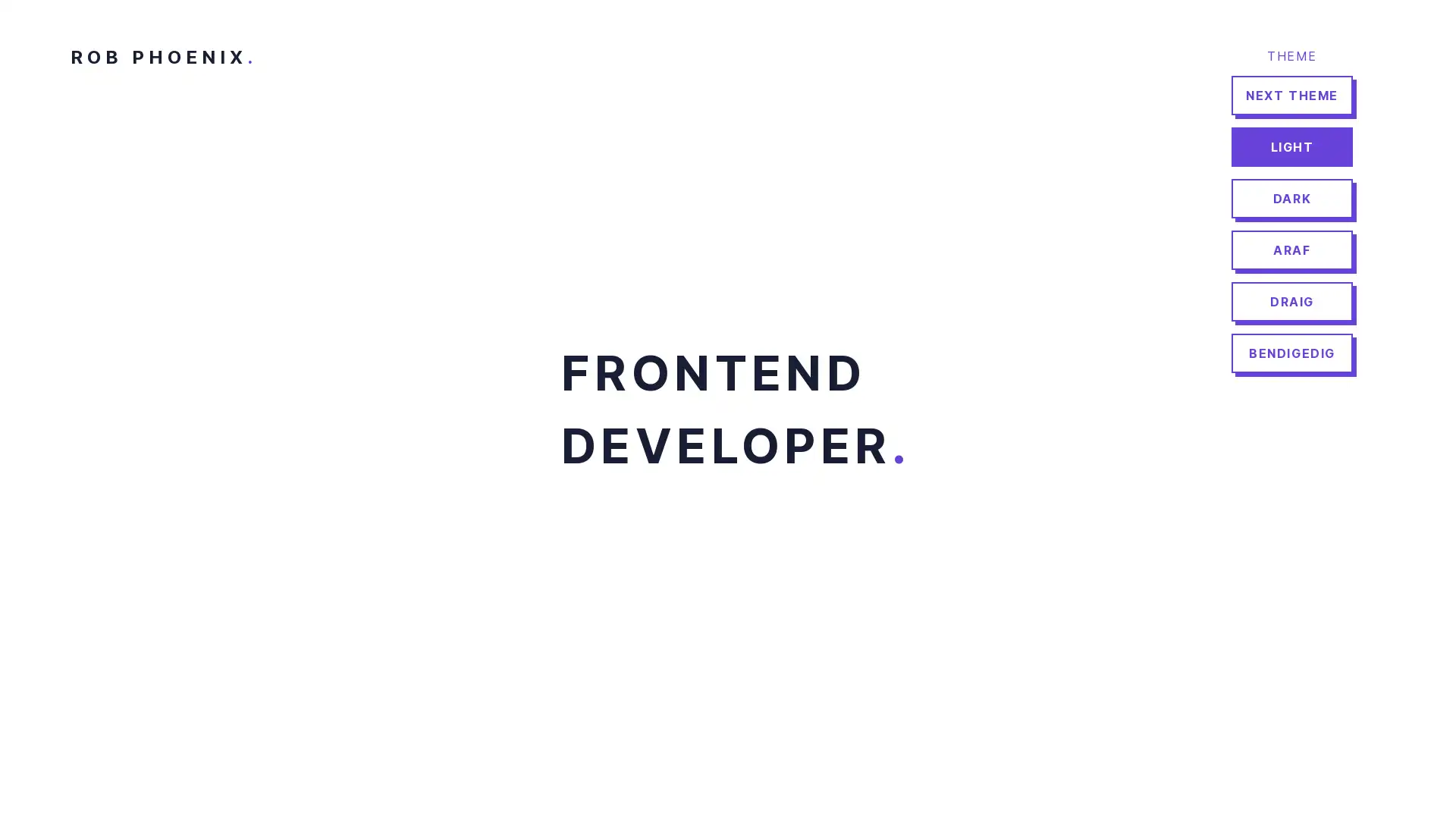 The height and width of the screenshot is (819, 1456). I want to click on ARAF, so click(1291, 249).